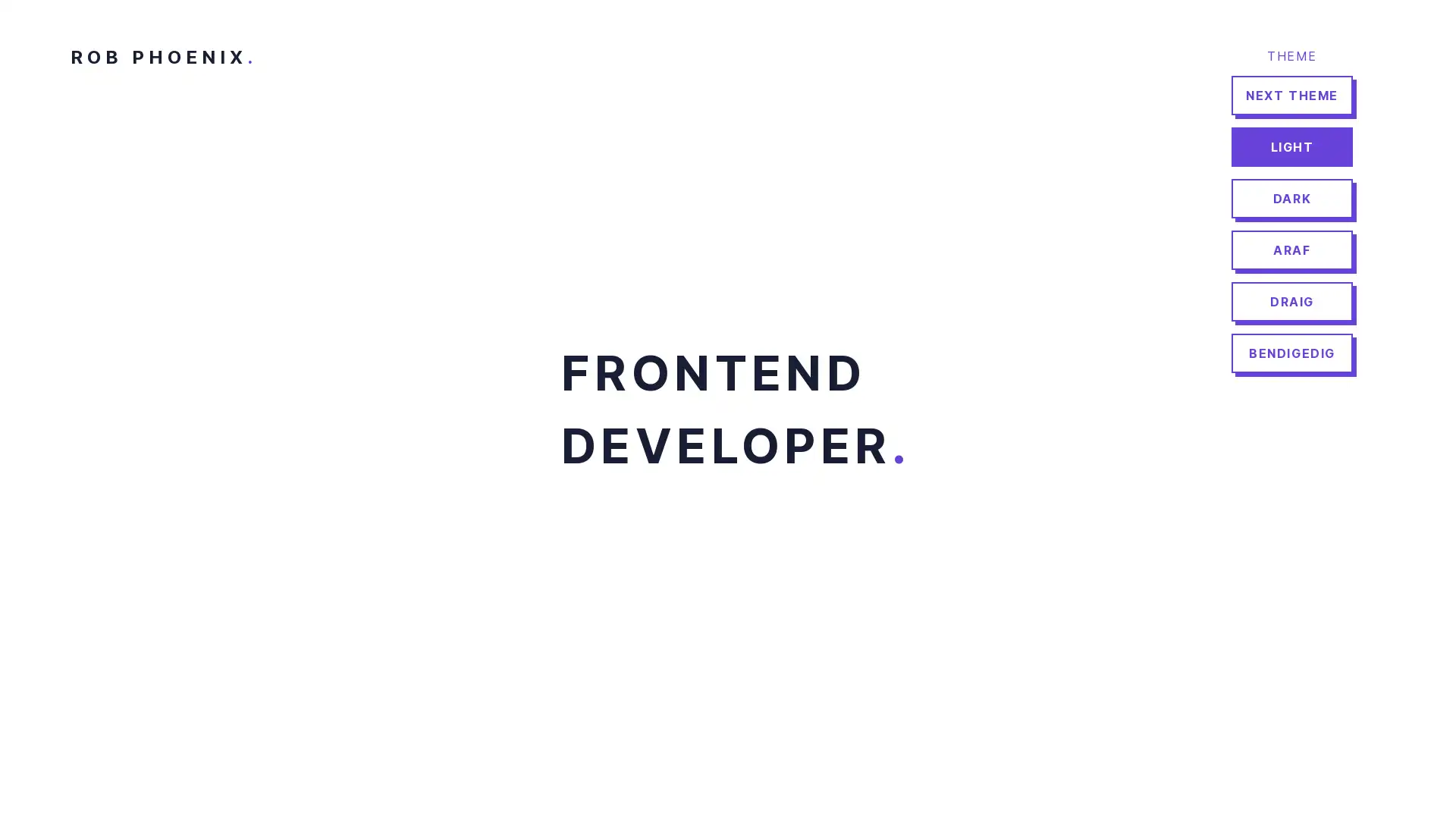 The height and width of the screenshot is (819, 1456). I want to click on ARAF, so click(1291, 249).